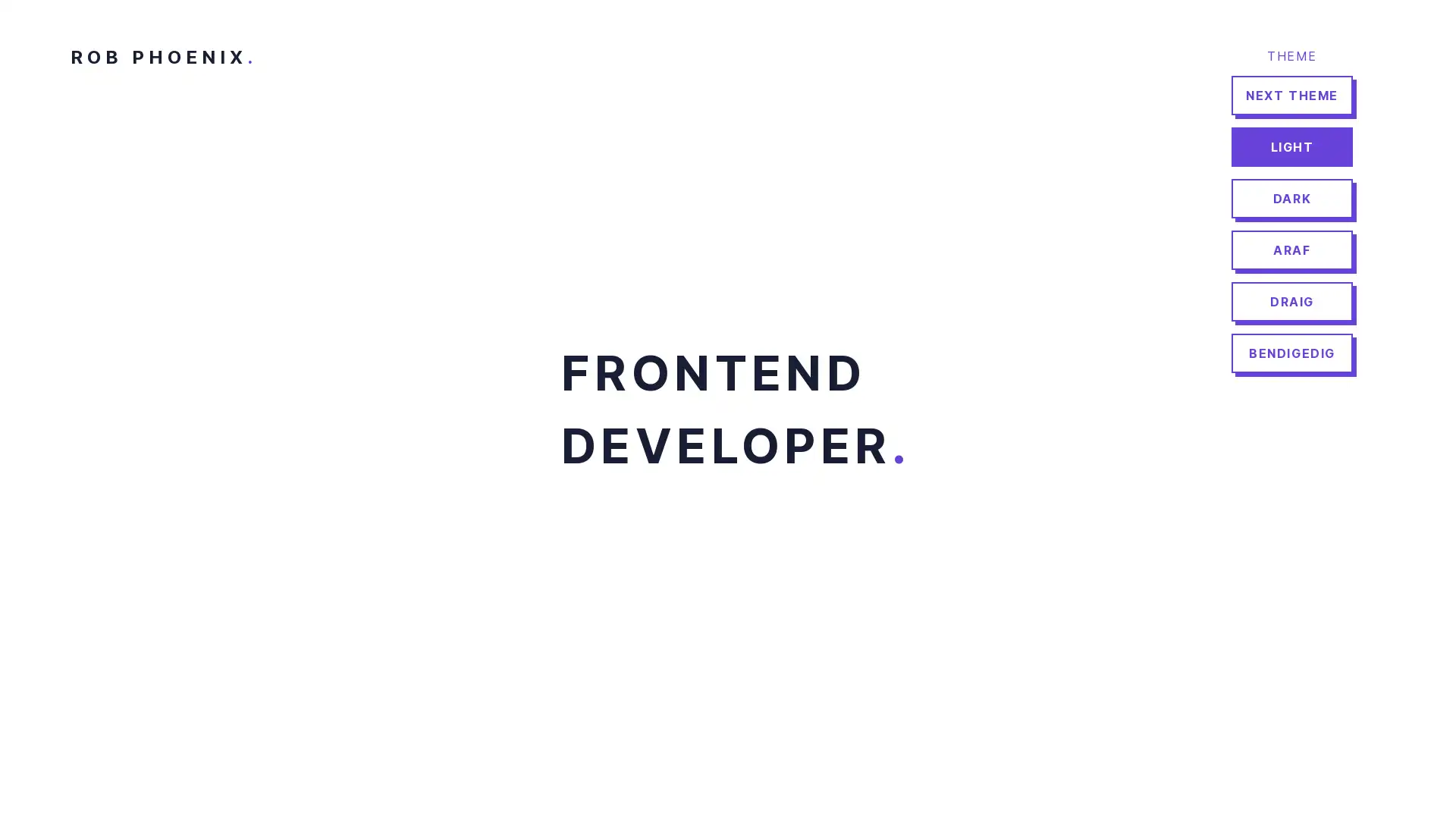 The height and width of the screenshot is (819, 1456). I want to click on ARAF, so click(1291, 249).